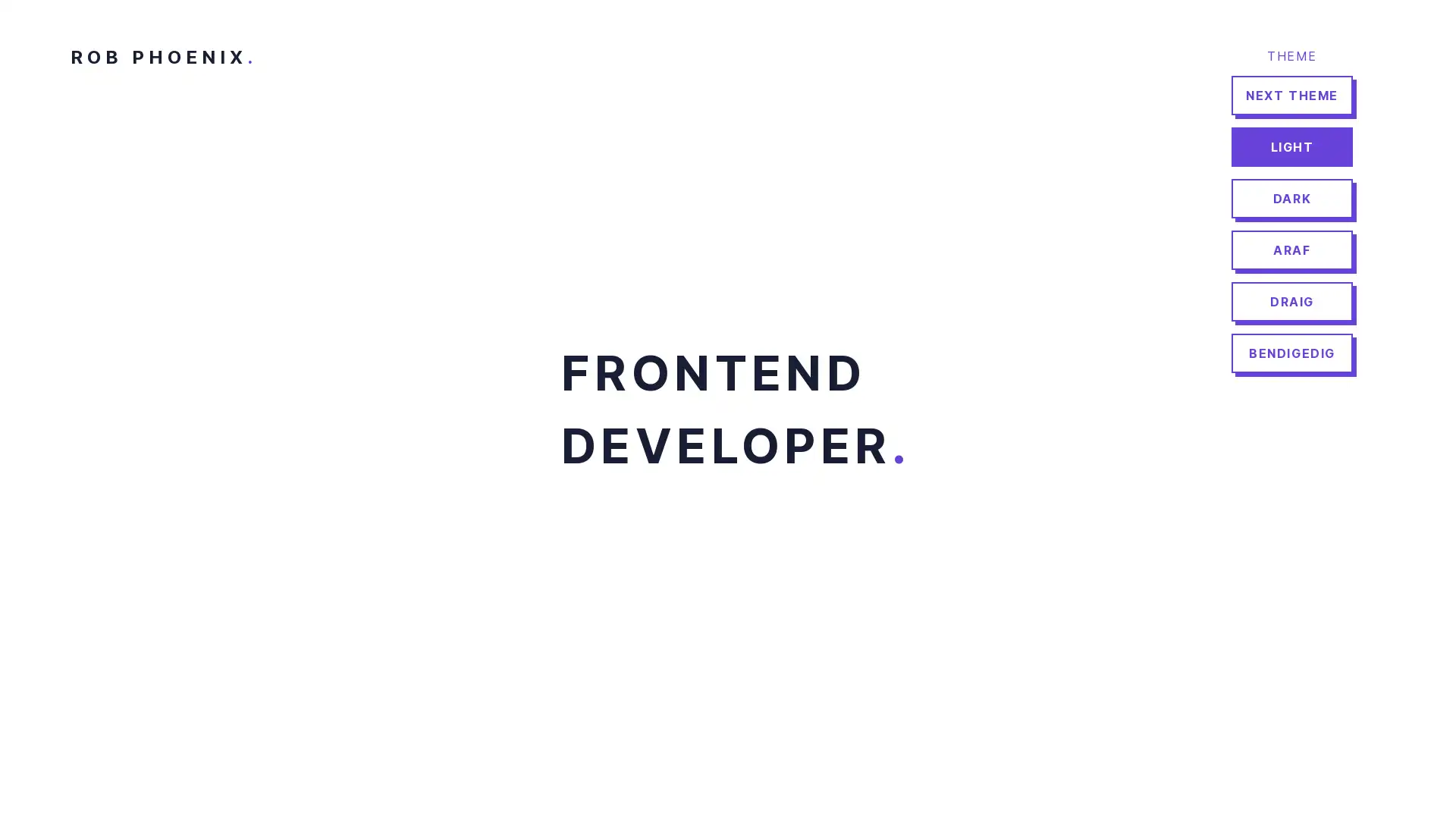 The height and width of the screenshot is (819, 1456). I want to click on ARAF, so click(1291, 249).